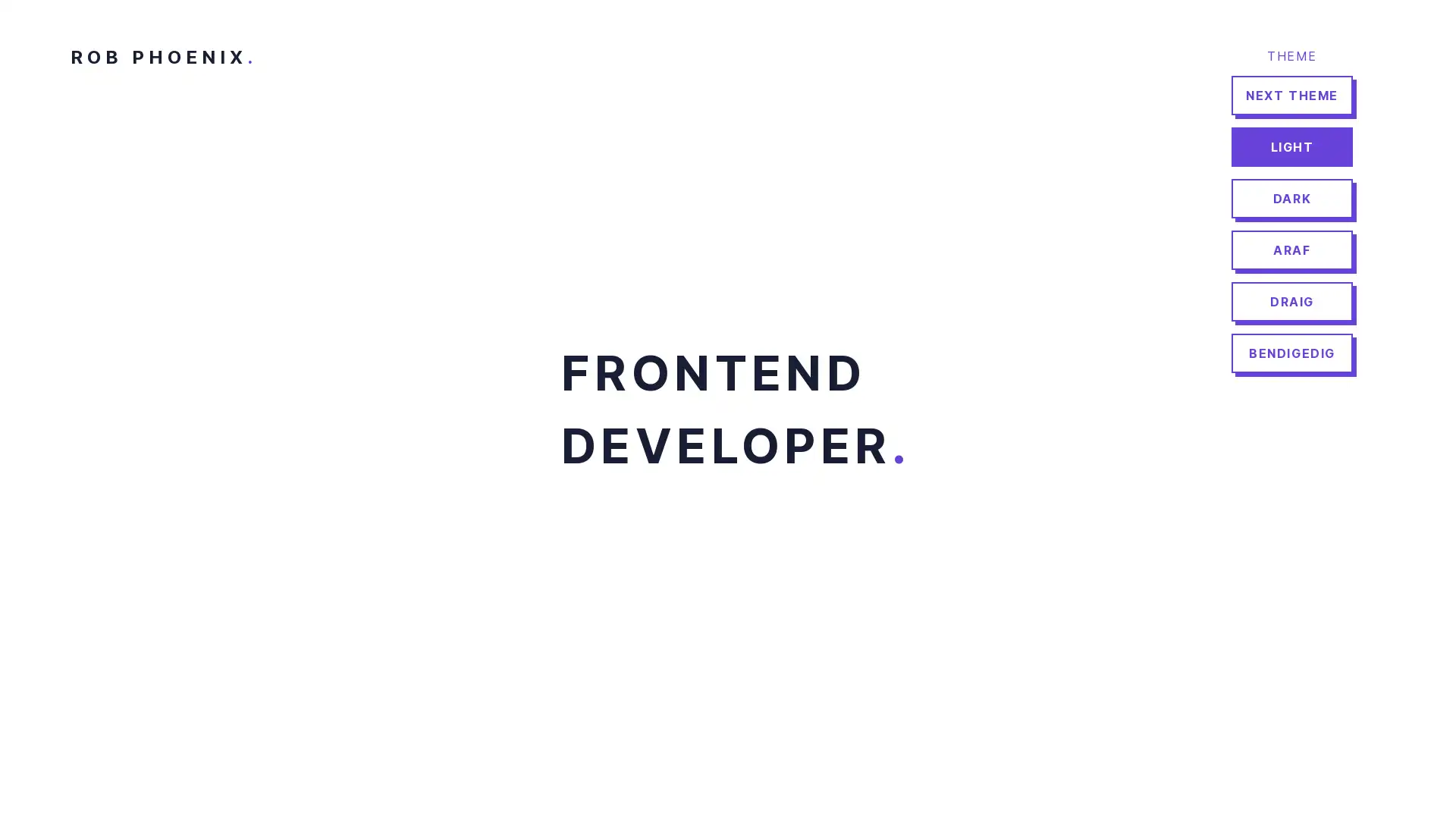 The height and width of the screenshot is (819, 1456). I want to click on ARAF, so click(1291, 249).